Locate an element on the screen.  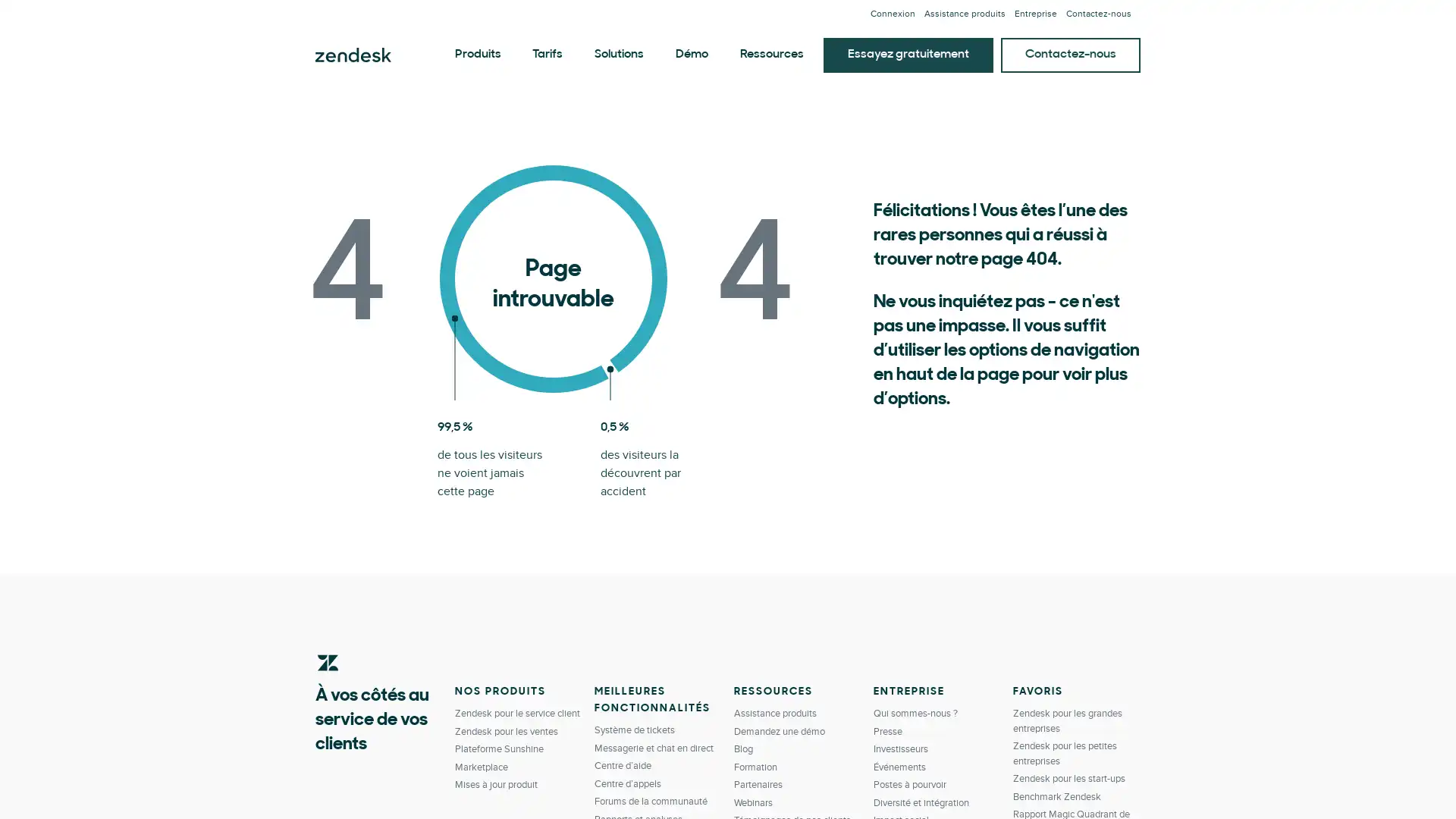
Tout refuser is located at coordinates (1282, 779).